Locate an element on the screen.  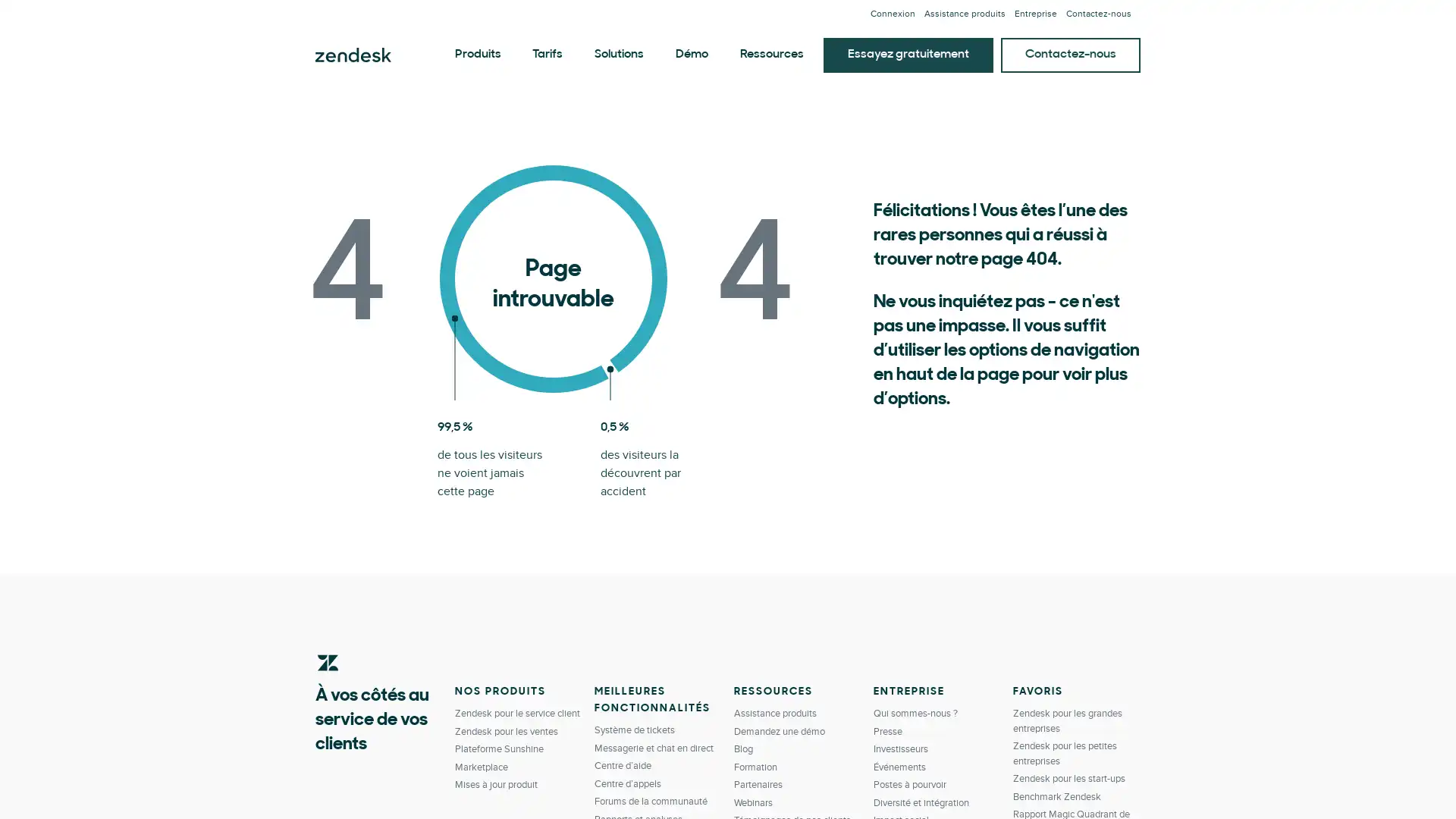
Tout refuser is located at coordinates (1282, 779).